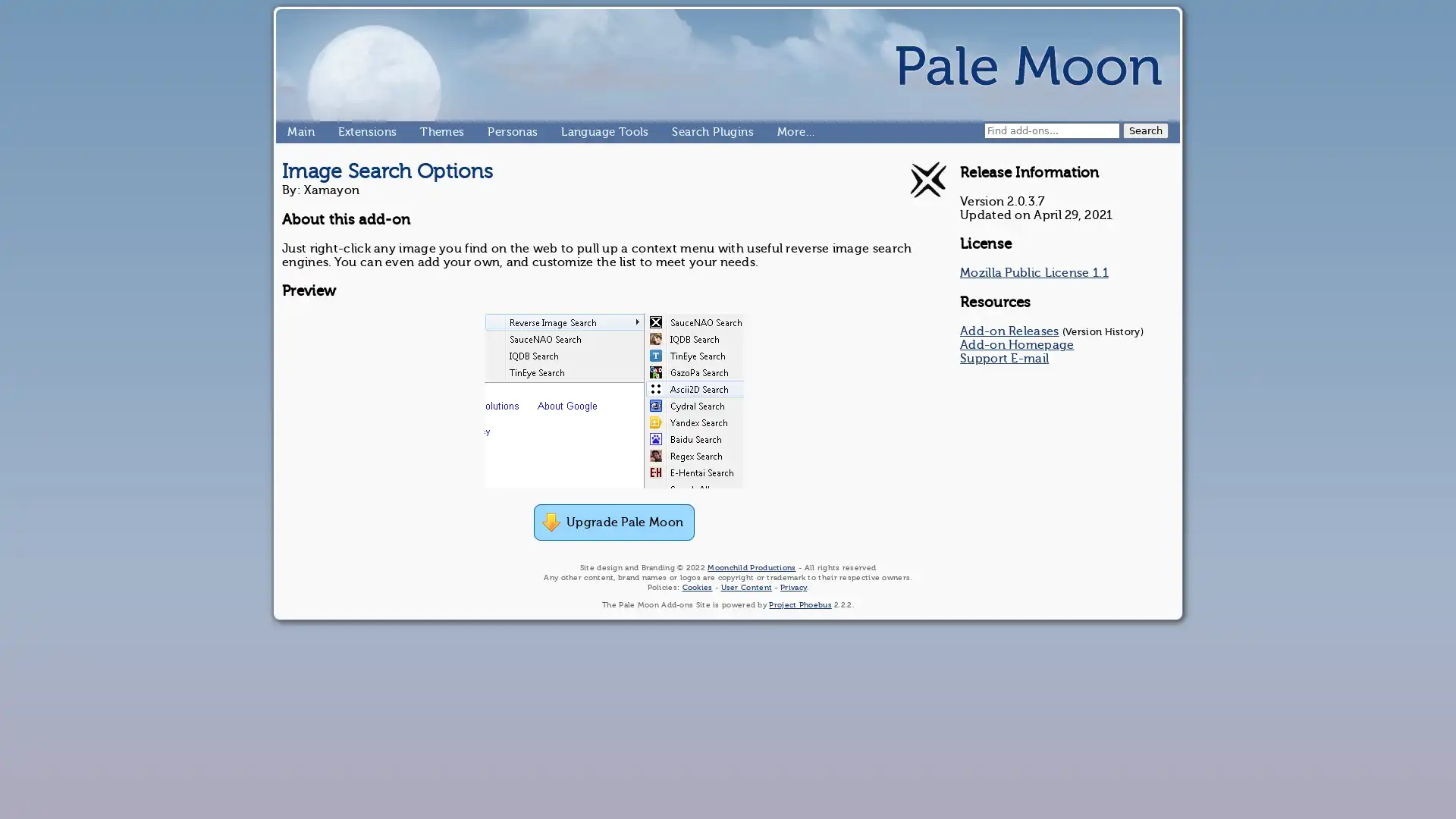 This screenshot has height=819, width=1456. I want to click on Search, so click(1146, 130).